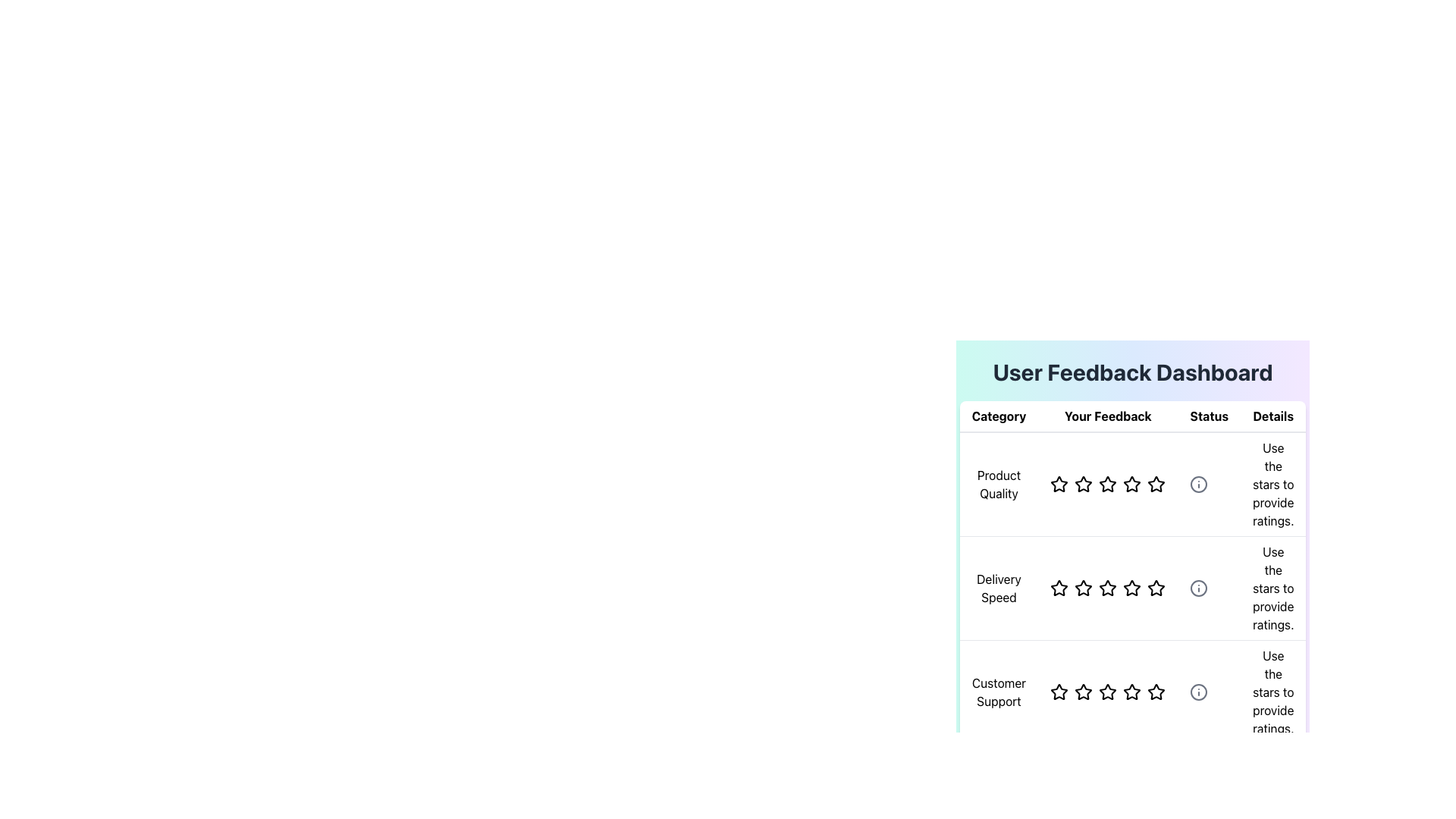  Describe the element at coordinates (1132, 692) in the screenshot. I see `the fourth star icon in the 'Customer Support' rating category to provide a 4-star rating in the feedback table` at that location.